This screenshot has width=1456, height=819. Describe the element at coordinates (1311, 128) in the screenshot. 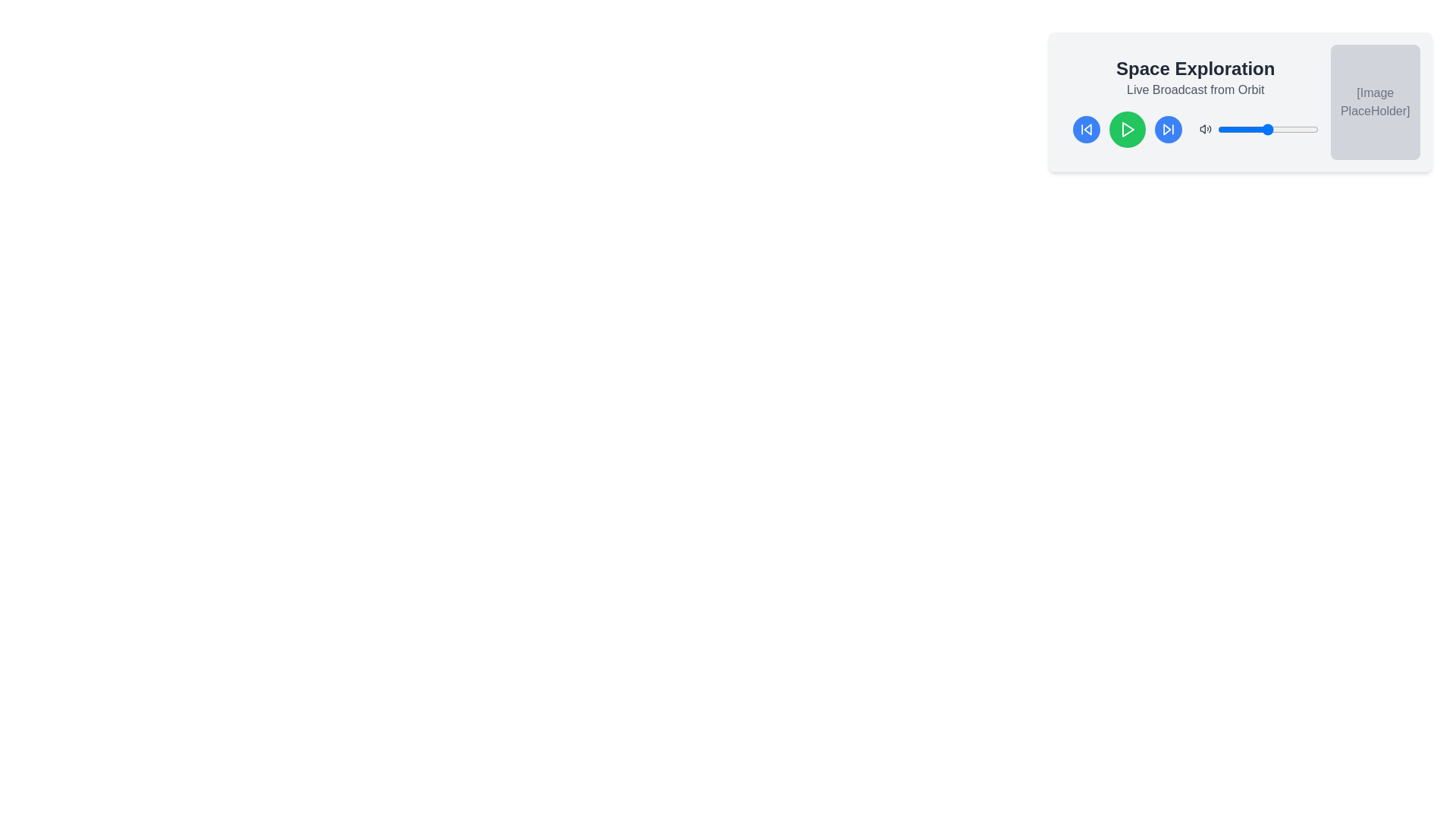

I see `slider value` at that location.